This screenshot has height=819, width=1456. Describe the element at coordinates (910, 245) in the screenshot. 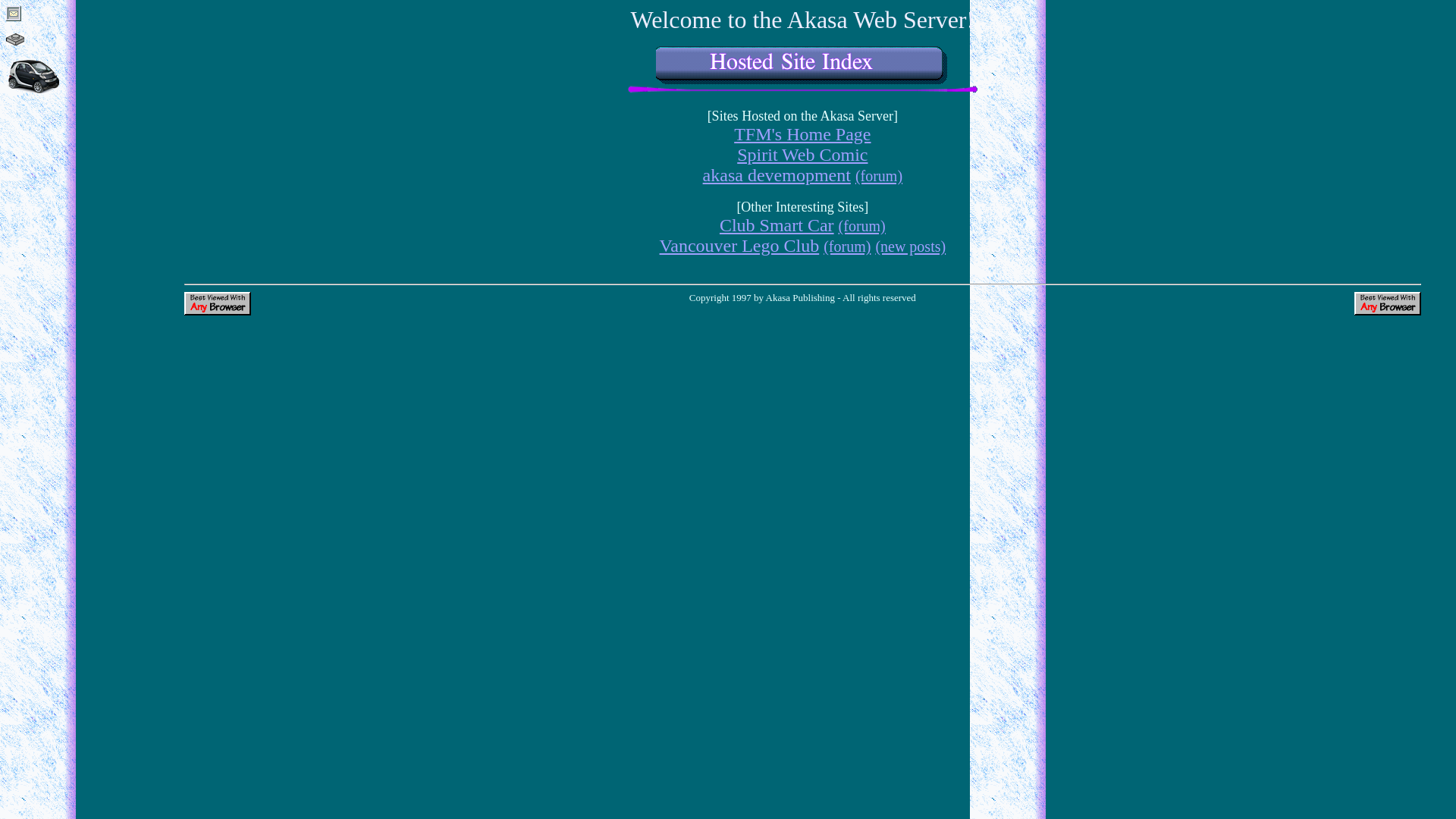

I see `'(new posts)'` at that location.